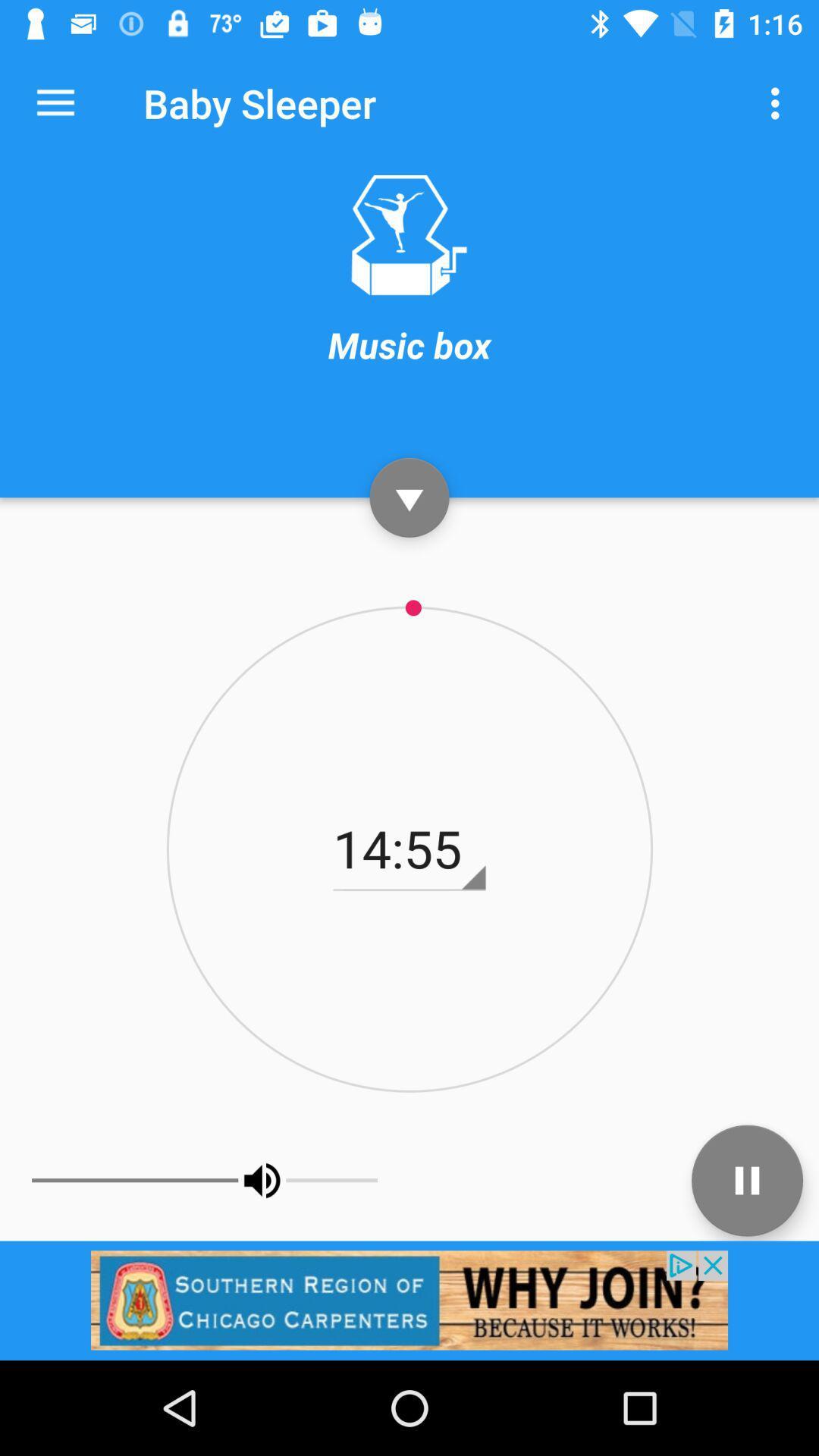  I want to click on advertisement, so click(409, 1299).